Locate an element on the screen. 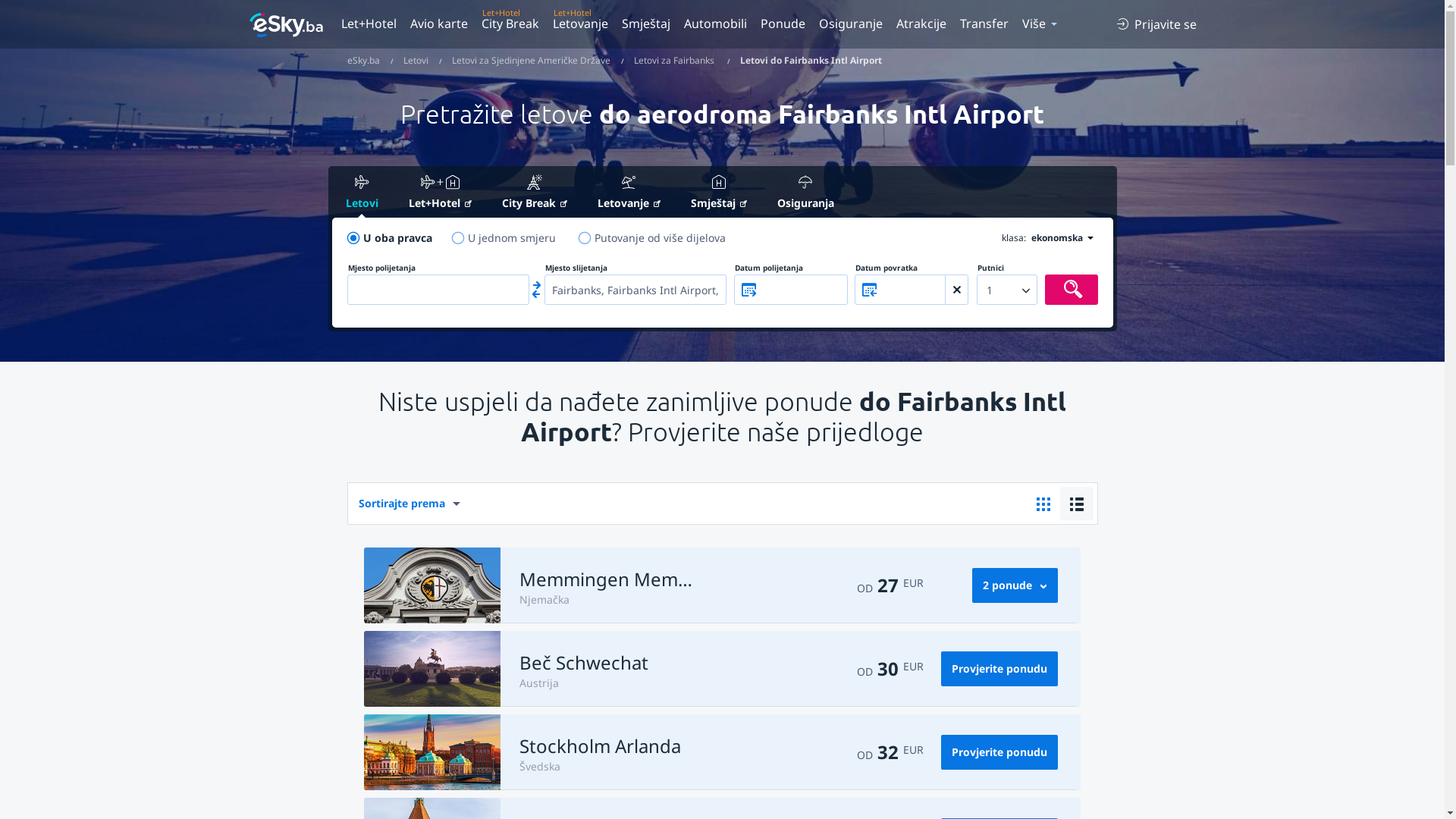 This screenshot has height=819, width=1456. 'Automobili' is located at coordinates (714, 23).